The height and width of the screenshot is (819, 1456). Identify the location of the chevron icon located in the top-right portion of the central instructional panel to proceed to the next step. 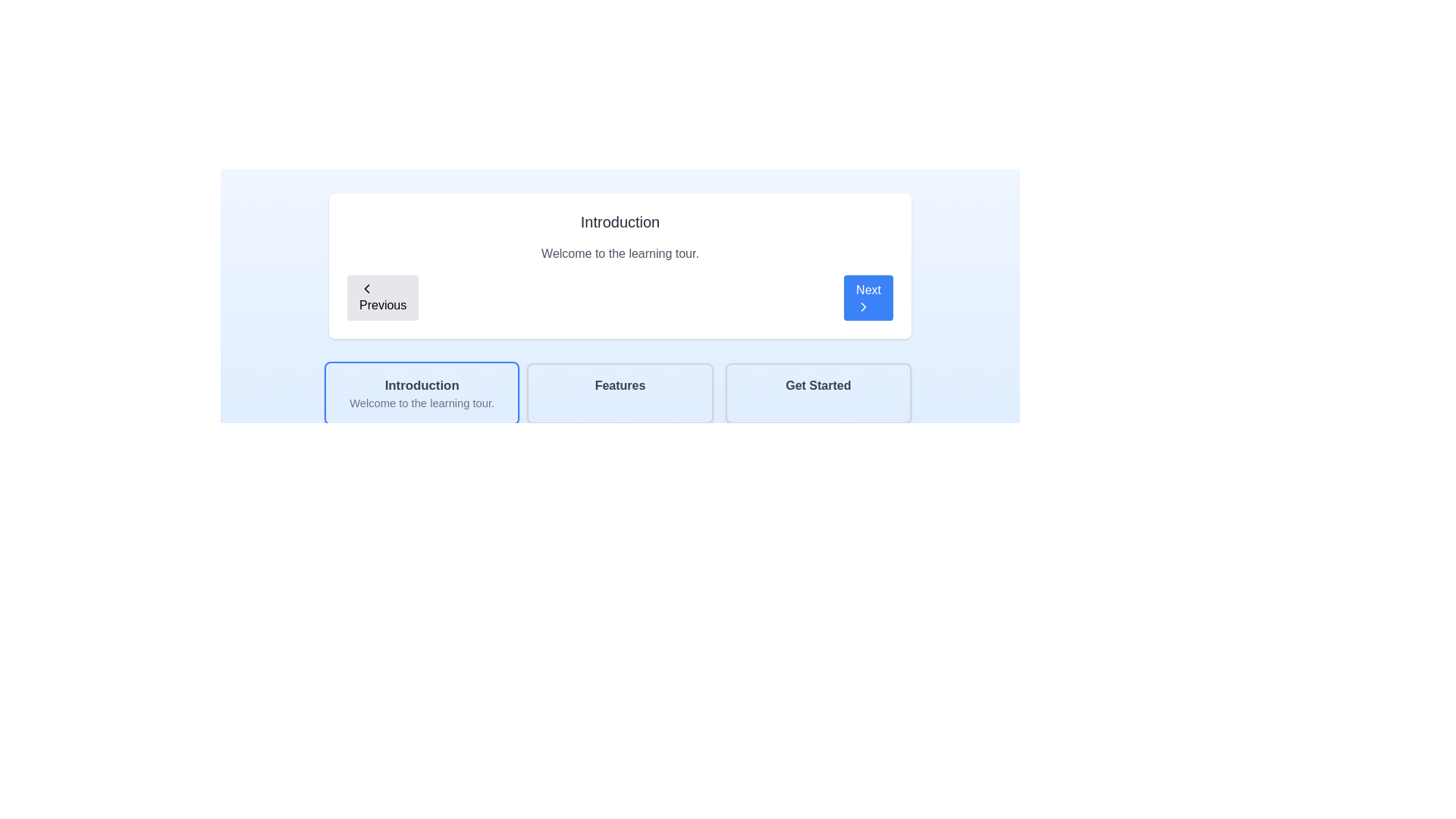
(864, 307).